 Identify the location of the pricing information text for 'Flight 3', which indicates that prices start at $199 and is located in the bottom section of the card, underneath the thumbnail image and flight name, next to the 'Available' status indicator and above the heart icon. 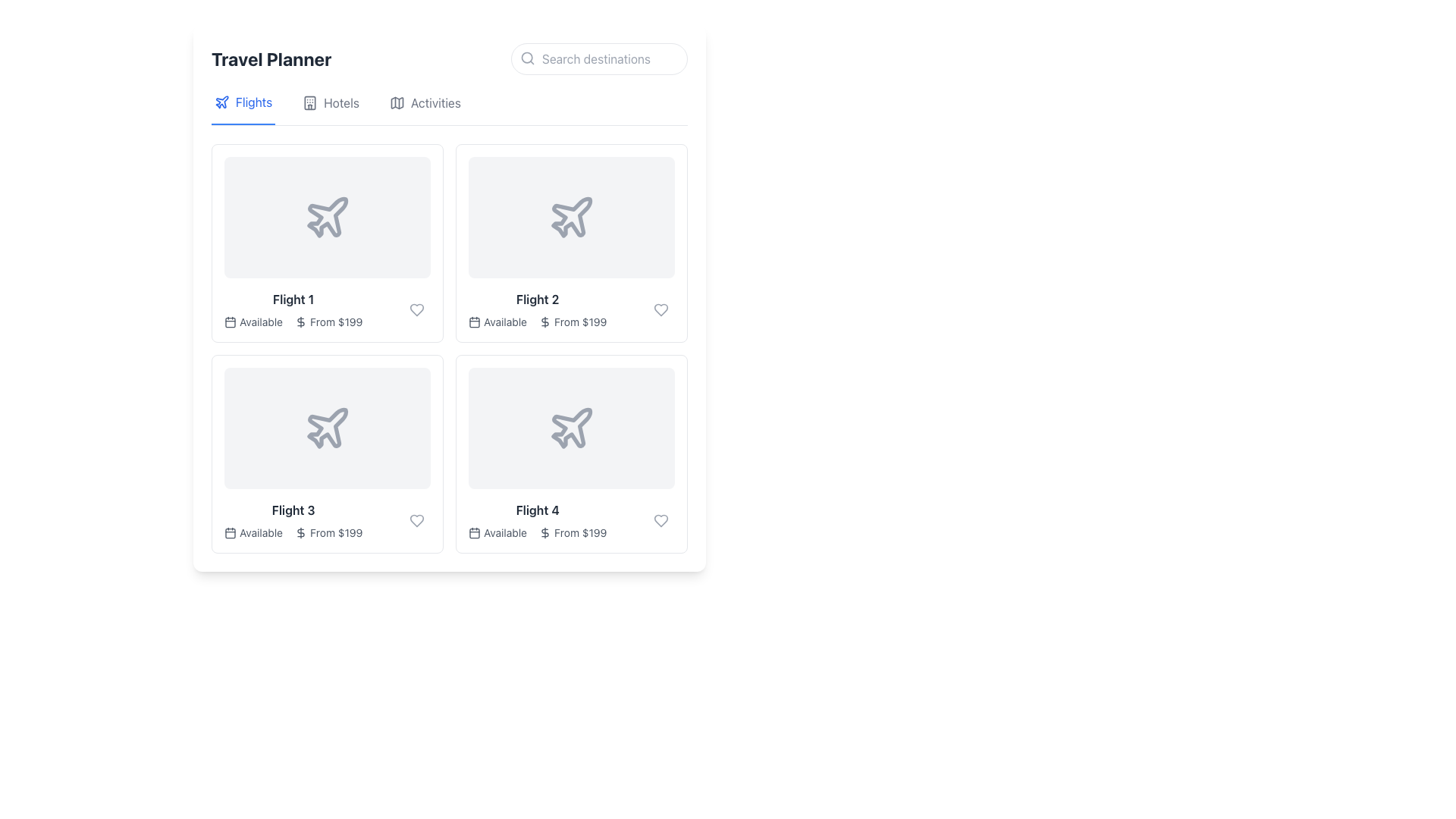
(328, 532).